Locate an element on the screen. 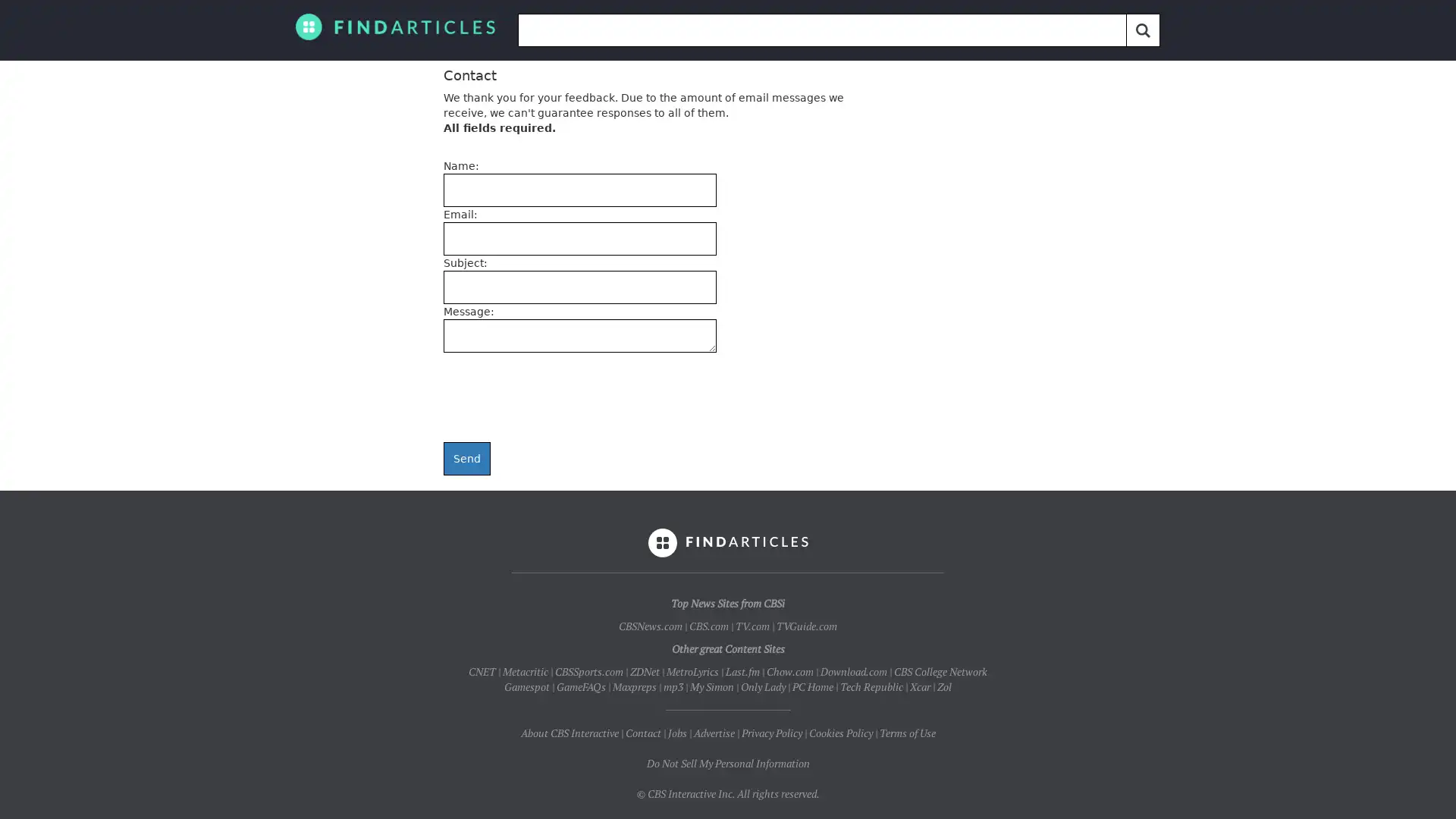  Go is located at coordinates (1143, 30).